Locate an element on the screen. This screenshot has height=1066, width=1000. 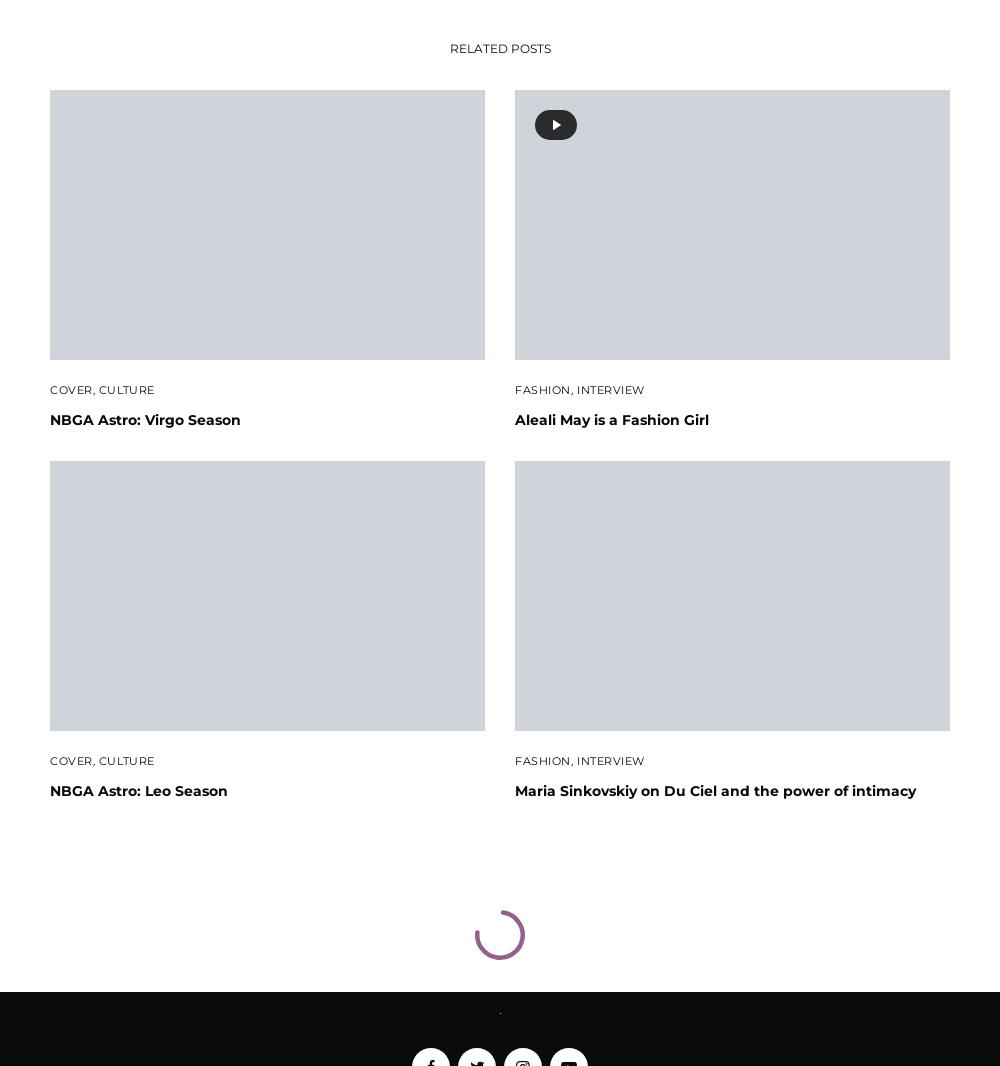
'NBGA Astro: Virgo Season' is located at coordinates (50, 420).